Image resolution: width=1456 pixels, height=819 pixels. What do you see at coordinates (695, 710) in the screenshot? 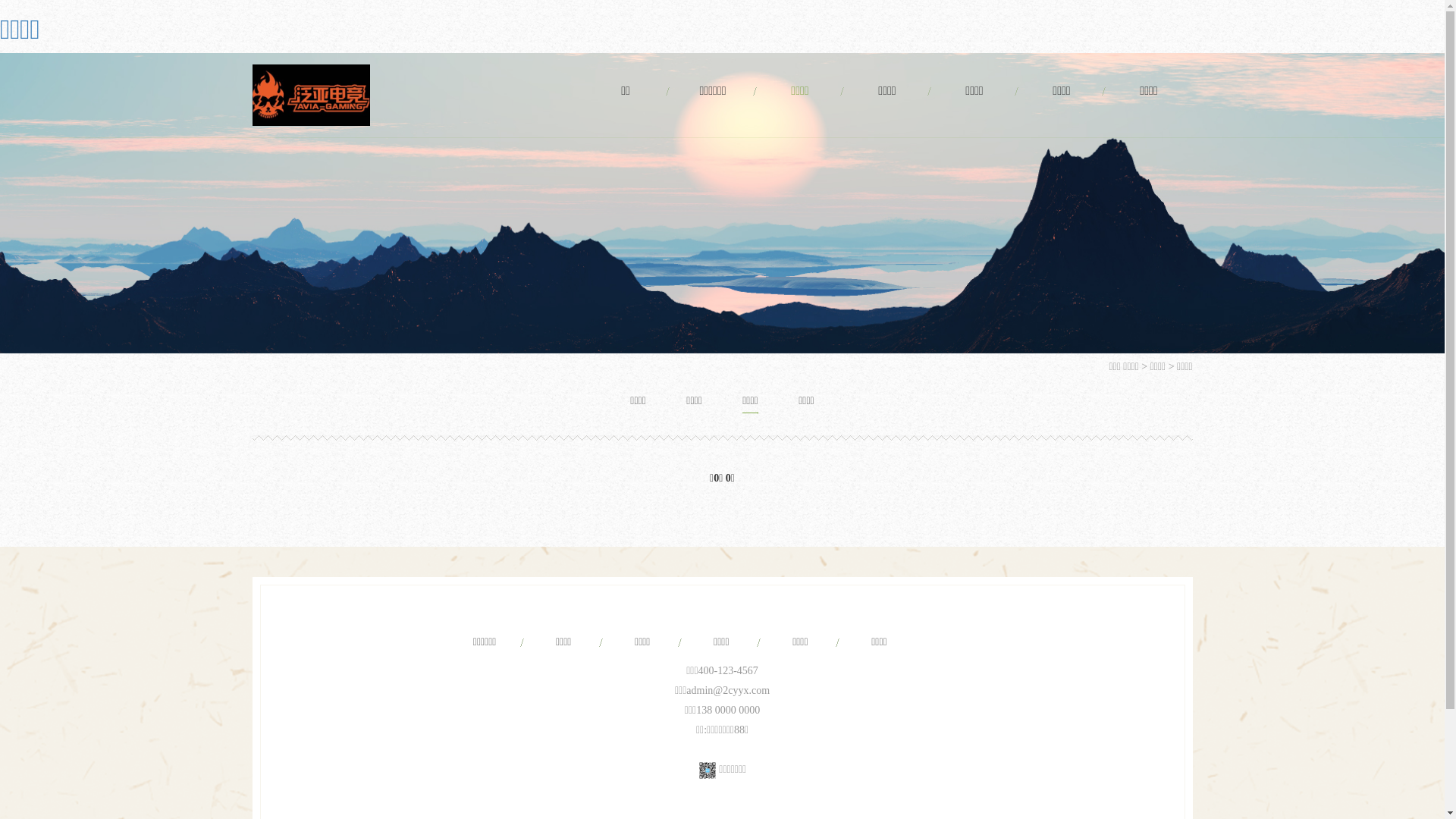
I see `'138 0000 0000'` at bounding box center [695, 710].